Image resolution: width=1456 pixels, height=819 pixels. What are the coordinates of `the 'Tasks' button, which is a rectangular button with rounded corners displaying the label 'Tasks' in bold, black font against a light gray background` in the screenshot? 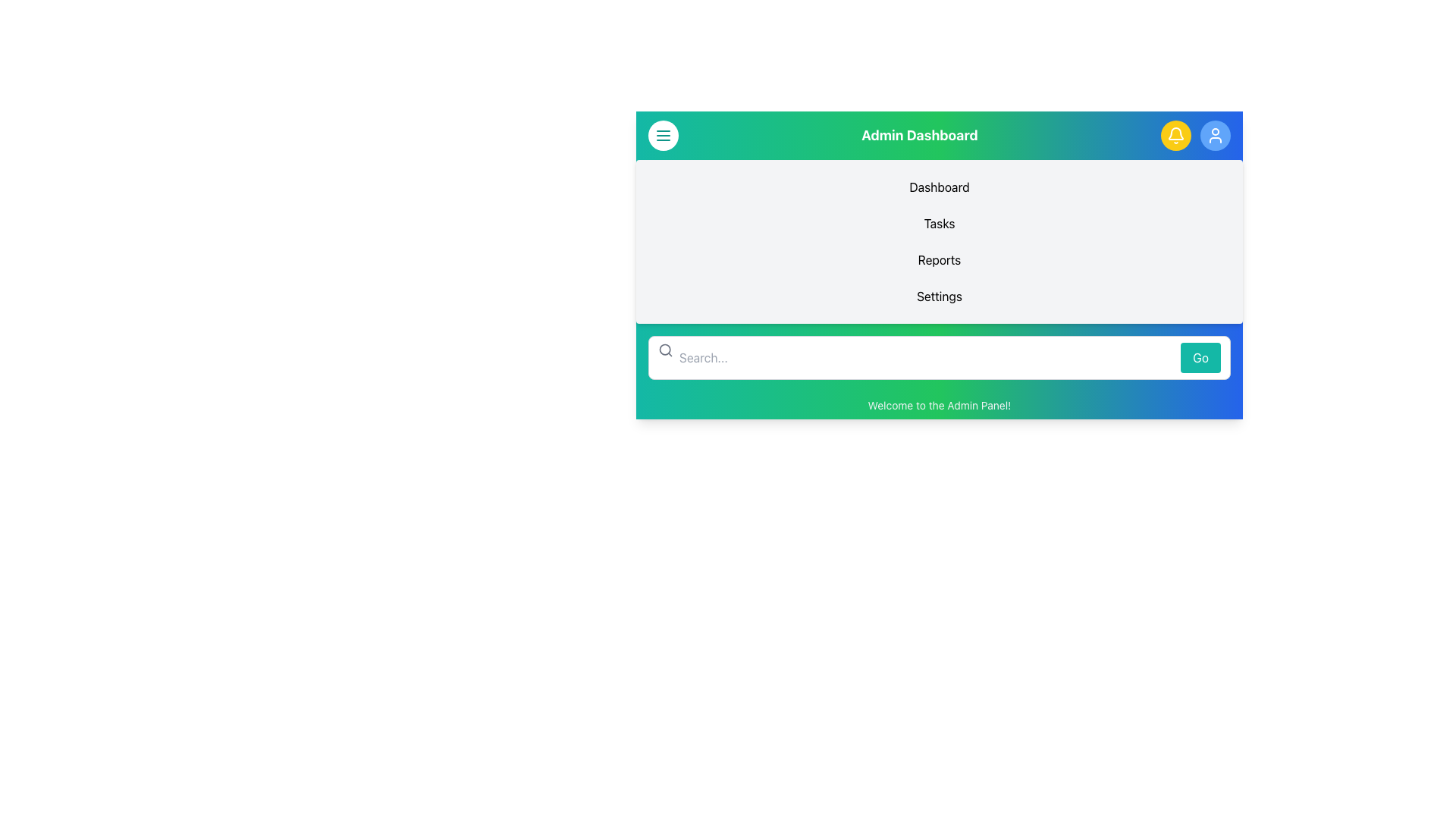 It's located at (938, 223).